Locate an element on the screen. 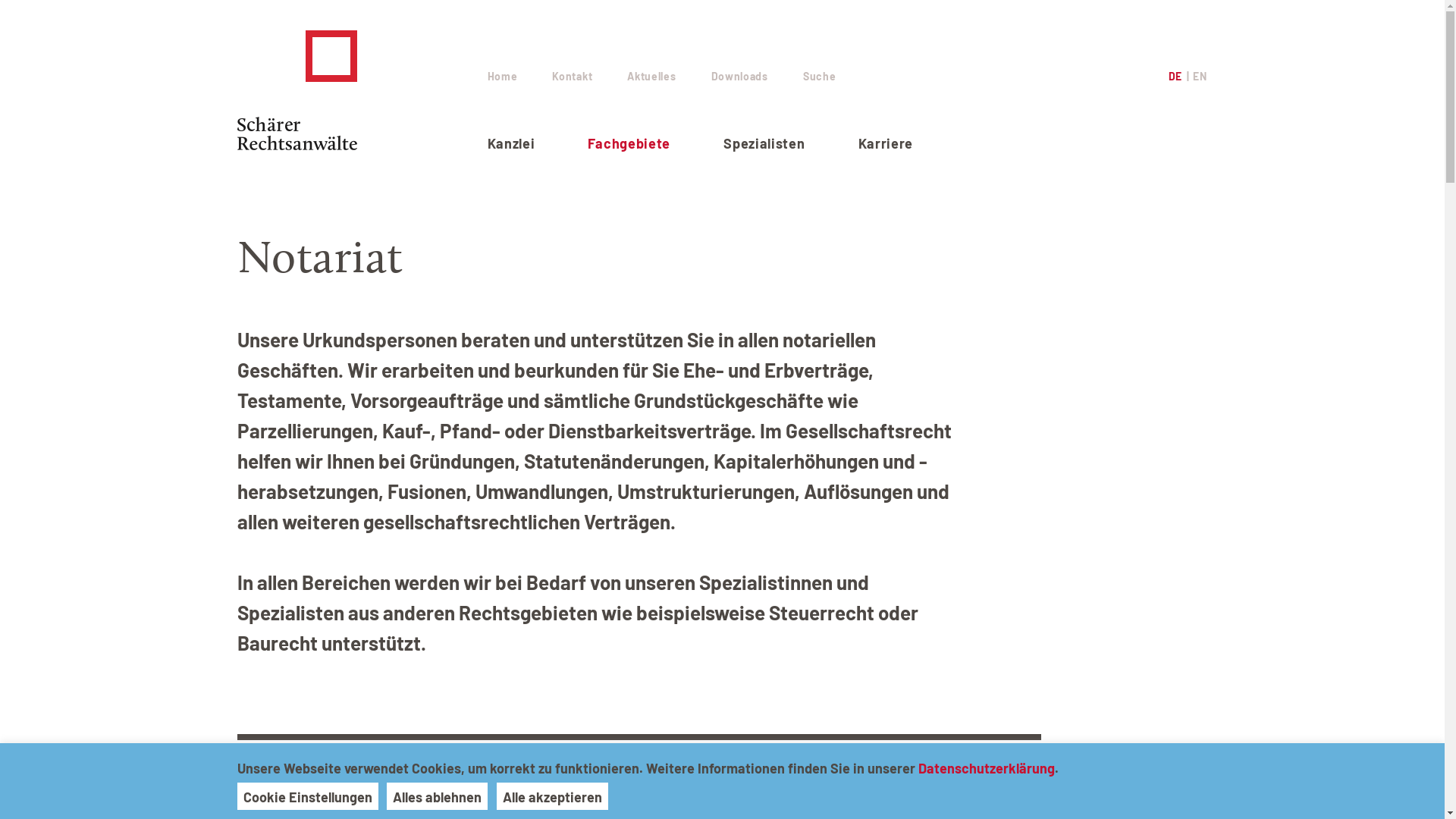  'Downloads' is located at coordinates (739, 76).